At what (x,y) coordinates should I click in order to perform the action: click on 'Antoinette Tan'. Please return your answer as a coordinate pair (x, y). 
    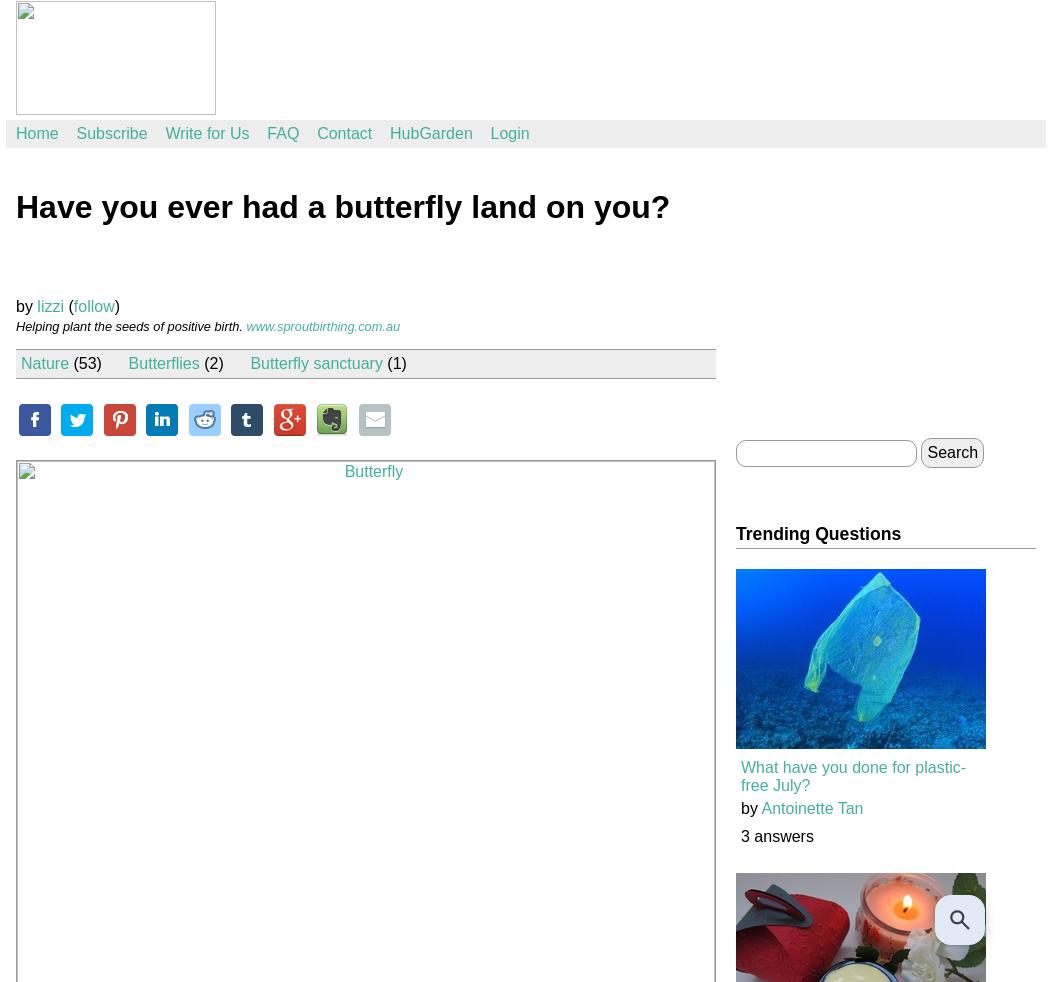
    Looking at the image, I should click on (810, 808).